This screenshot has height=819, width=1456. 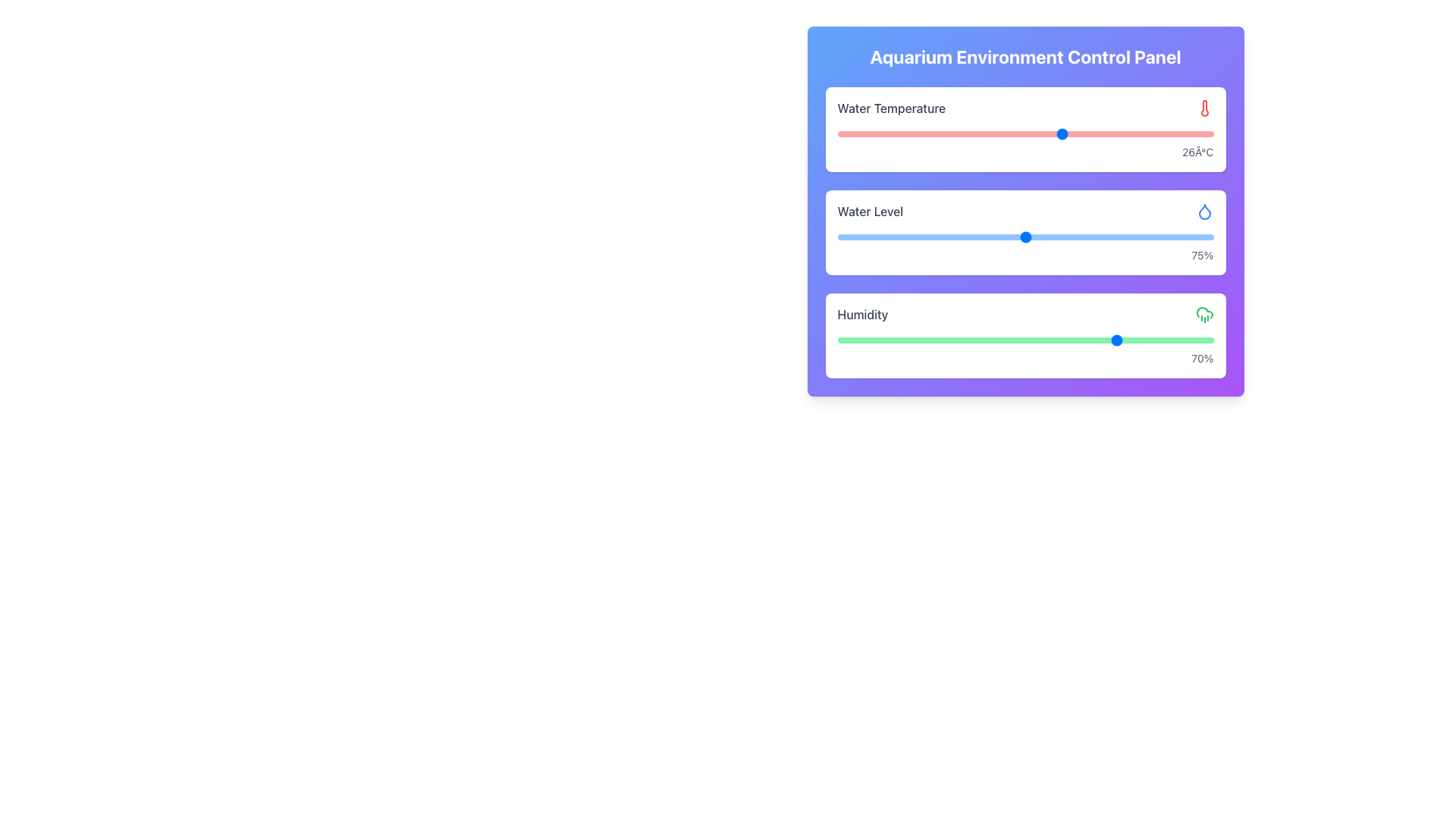 I want to click on temperature, so click(x=1062, y=133).